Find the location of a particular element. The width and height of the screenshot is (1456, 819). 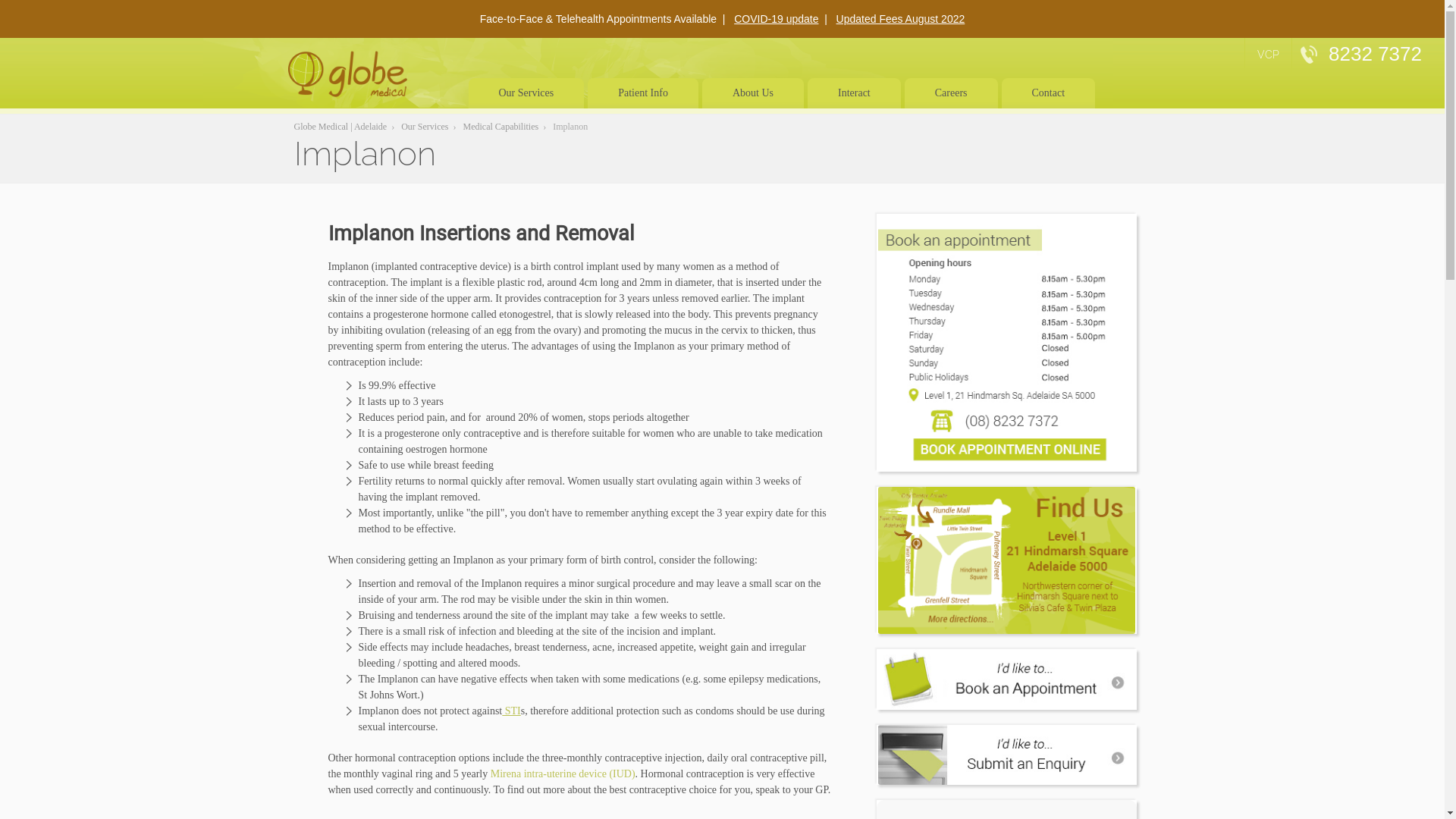

'COVID-19 update' is located at coordinates (776, 18).